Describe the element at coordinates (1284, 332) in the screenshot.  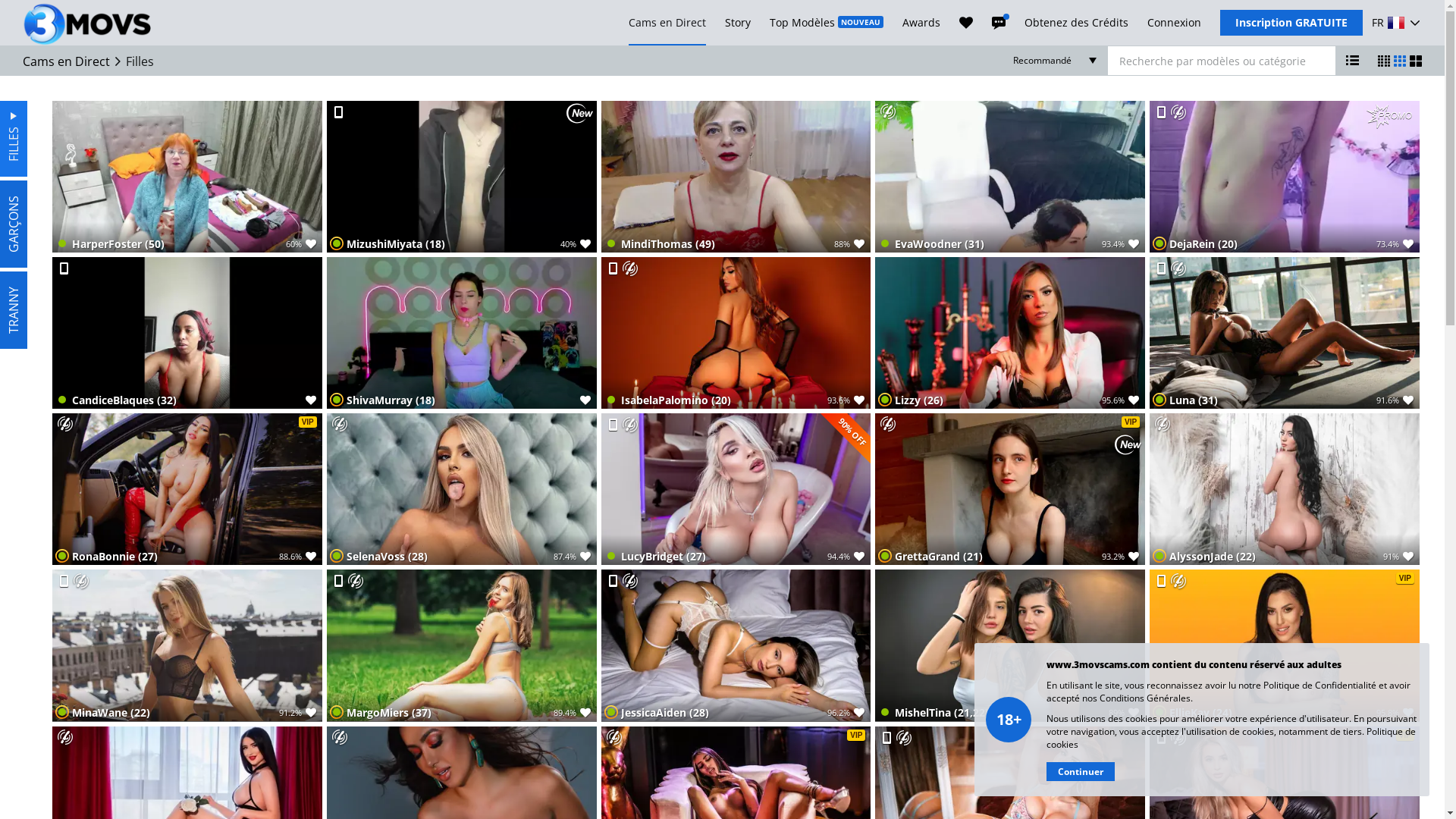
I see `'Luna (31)` at that location.